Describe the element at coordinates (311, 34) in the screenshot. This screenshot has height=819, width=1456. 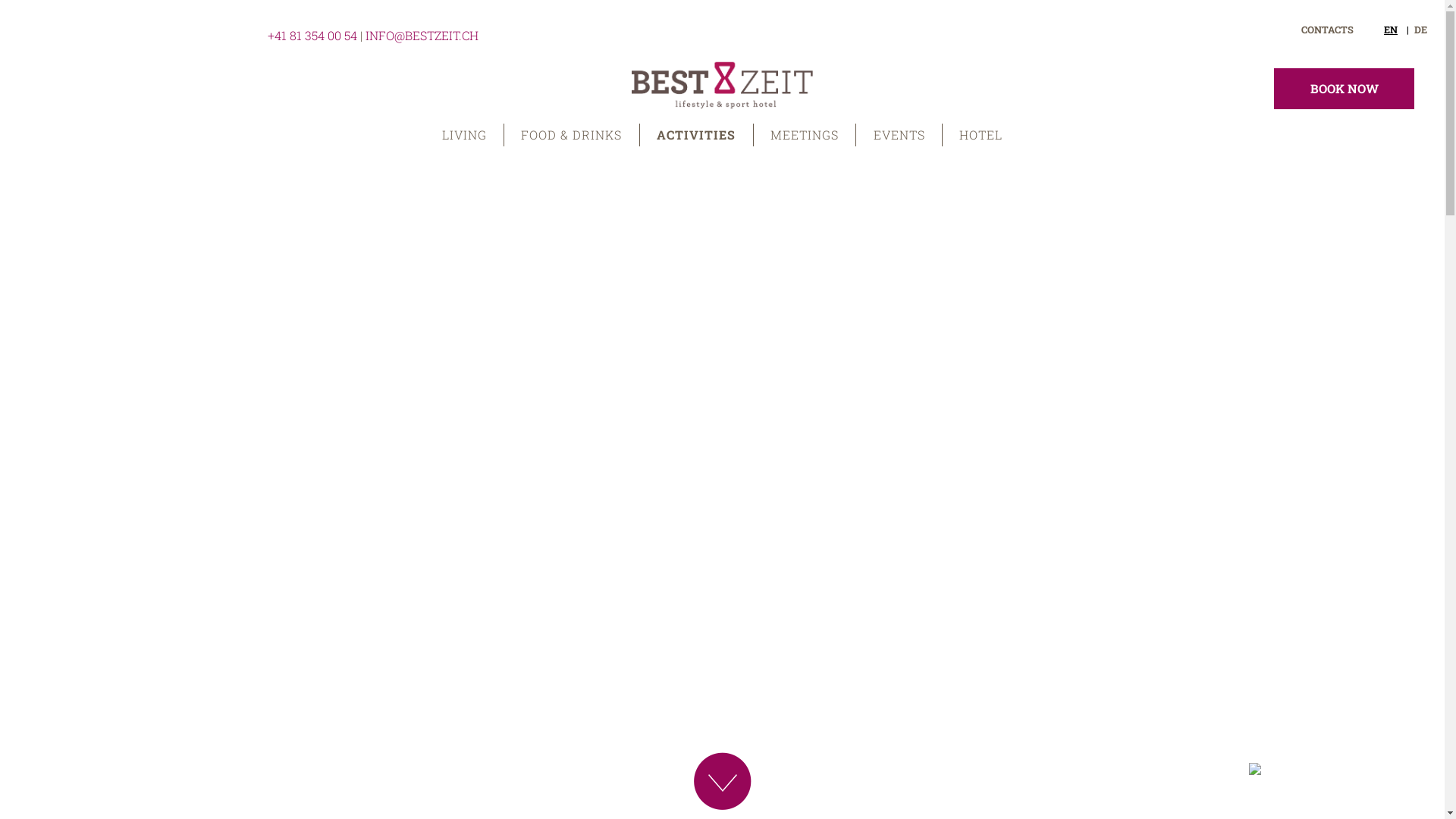
I see `'+41 81 354 00 54'` at that location.